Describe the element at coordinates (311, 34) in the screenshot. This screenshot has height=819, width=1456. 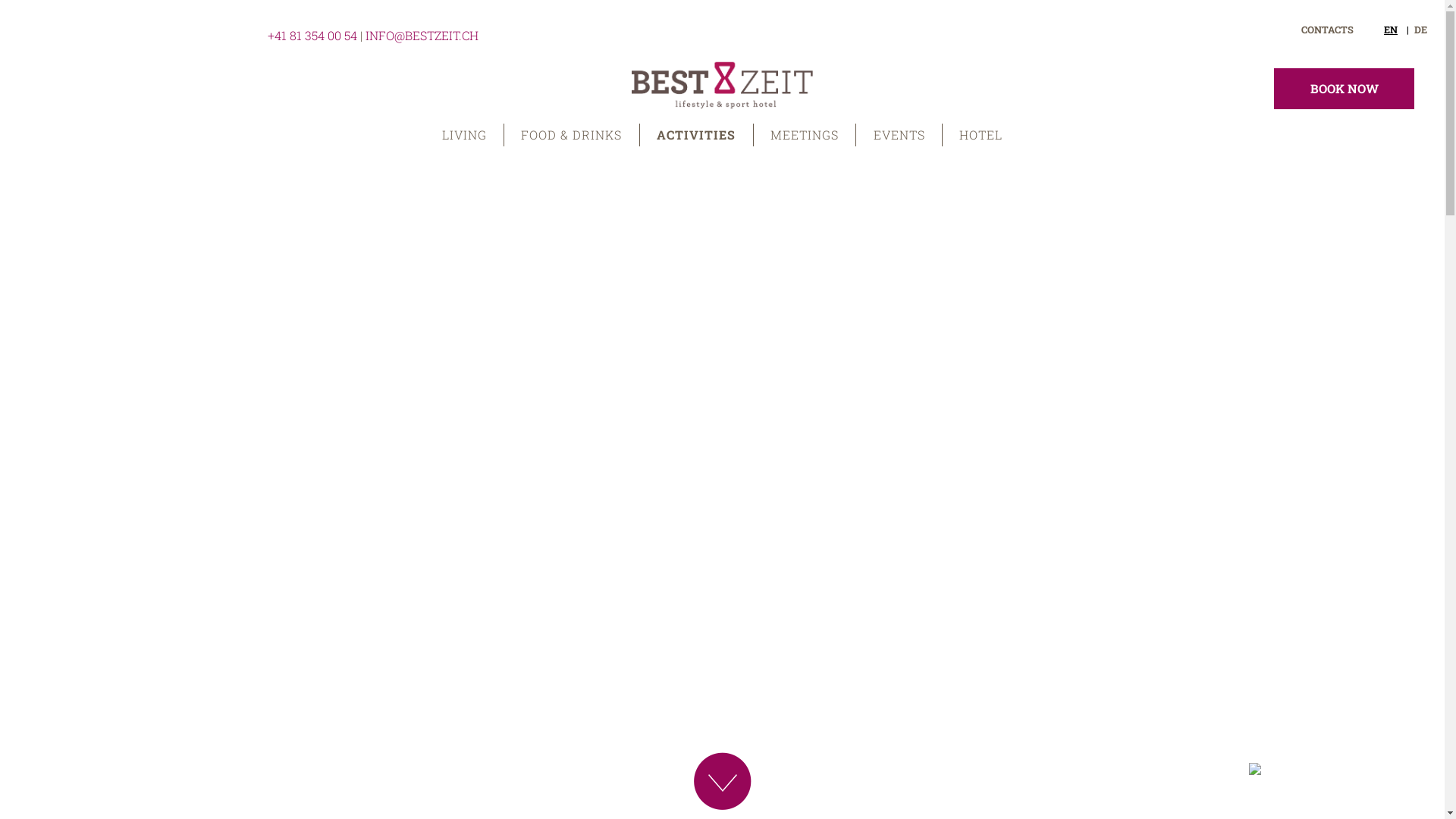
I see `'+41 81 354 00 54'` at that location.